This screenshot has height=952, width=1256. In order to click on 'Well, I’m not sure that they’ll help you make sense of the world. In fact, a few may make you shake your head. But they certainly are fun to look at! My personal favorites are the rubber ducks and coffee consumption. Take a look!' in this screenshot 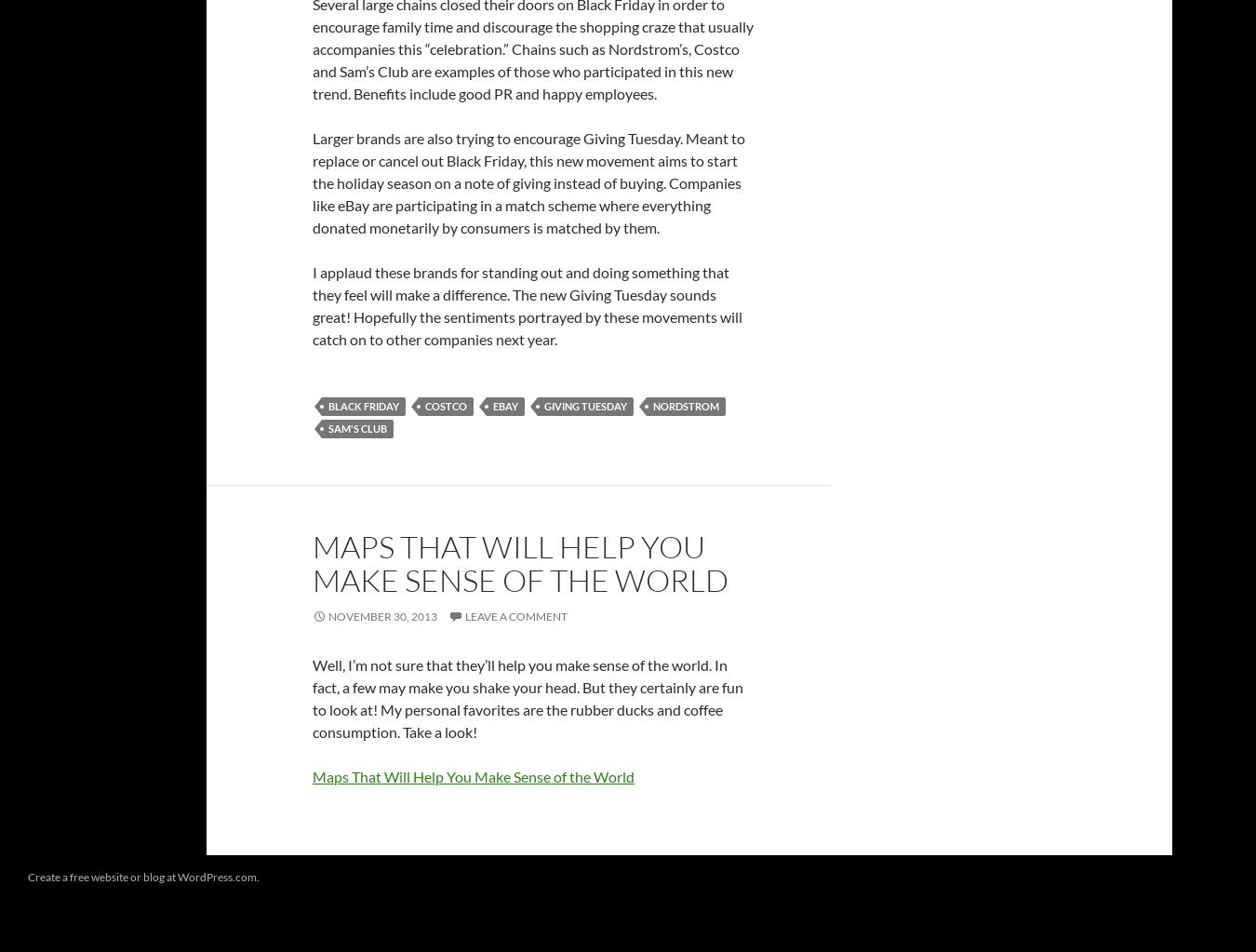, I will do `click(528, 697)`.